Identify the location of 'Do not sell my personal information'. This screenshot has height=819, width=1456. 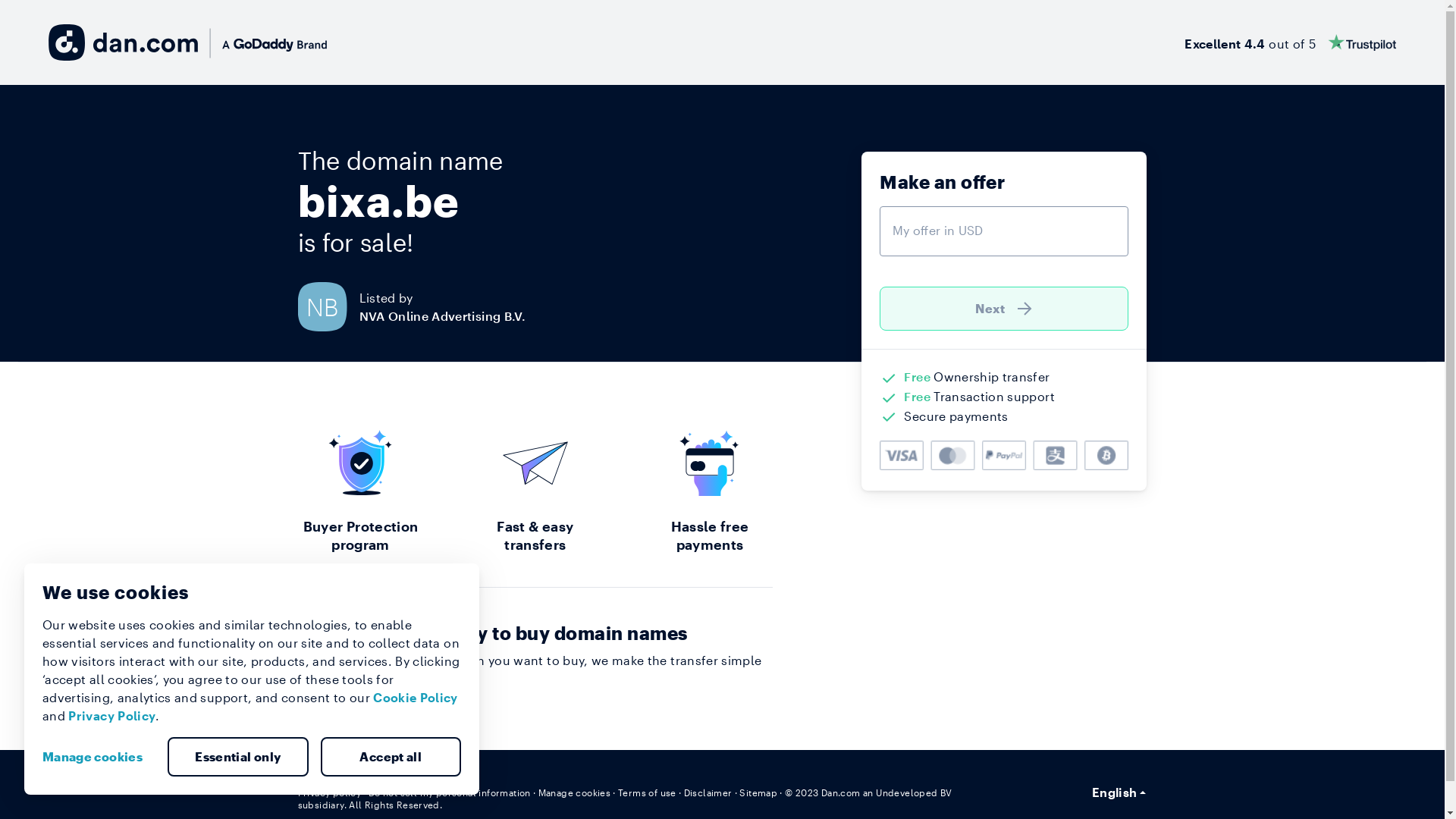
(449, 792).